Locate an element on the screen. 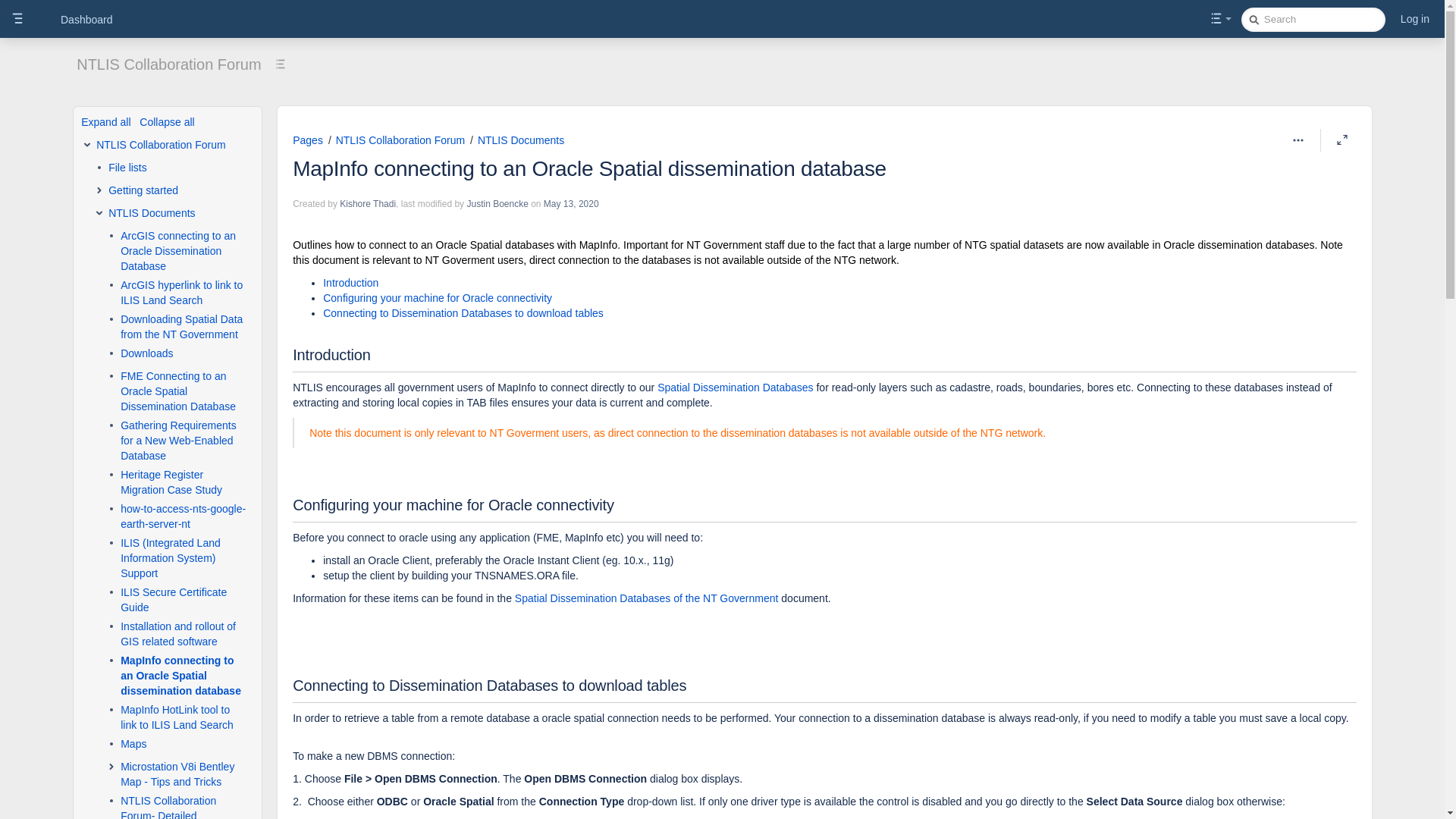  'ILIS (Integrated Land Information System) Support' is located at coordinates (183, 558).